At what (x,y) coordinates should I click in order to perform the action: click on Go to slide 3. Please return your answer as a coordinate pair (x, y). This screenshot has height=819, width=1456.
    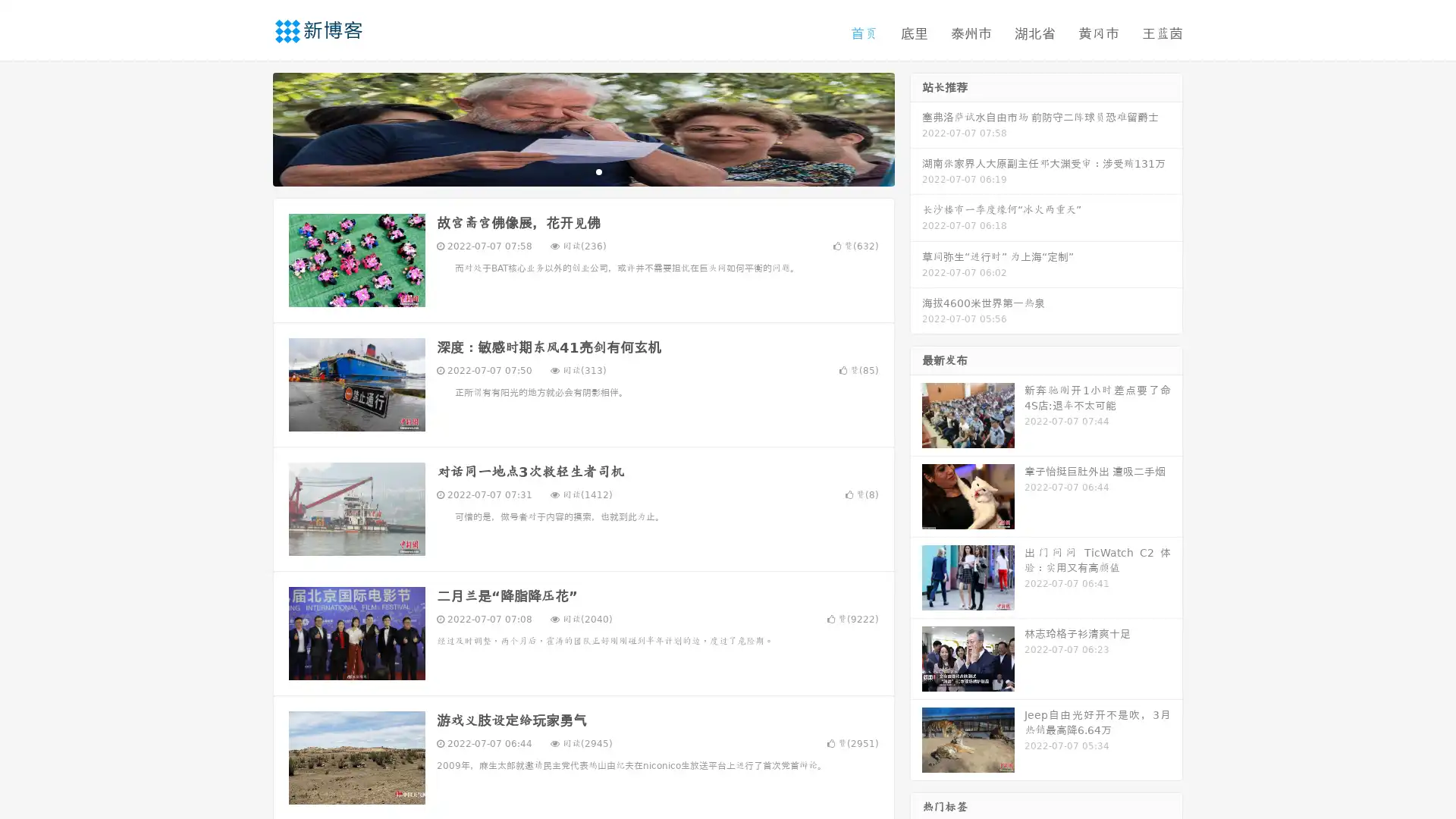
    Looking at the image, I should click on (598, 171).